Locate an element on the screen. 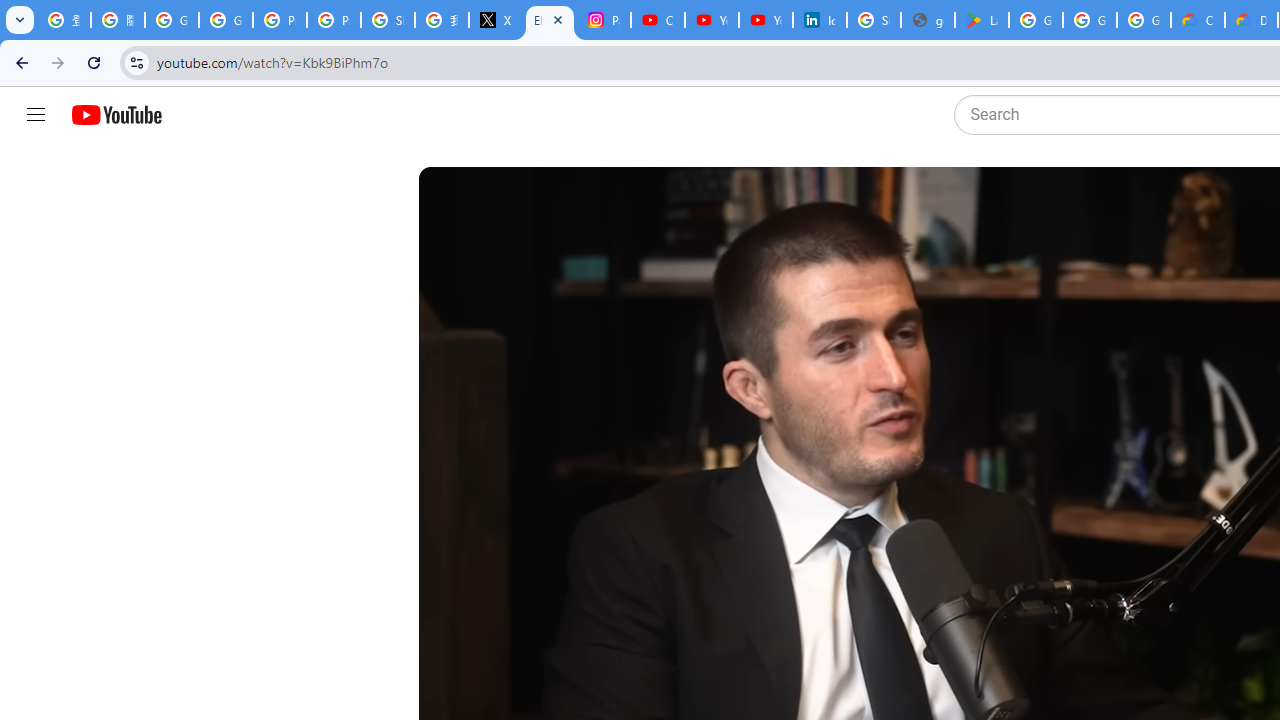 The image size is (1280, 720). 'X' is located at coordinates (496, 20).